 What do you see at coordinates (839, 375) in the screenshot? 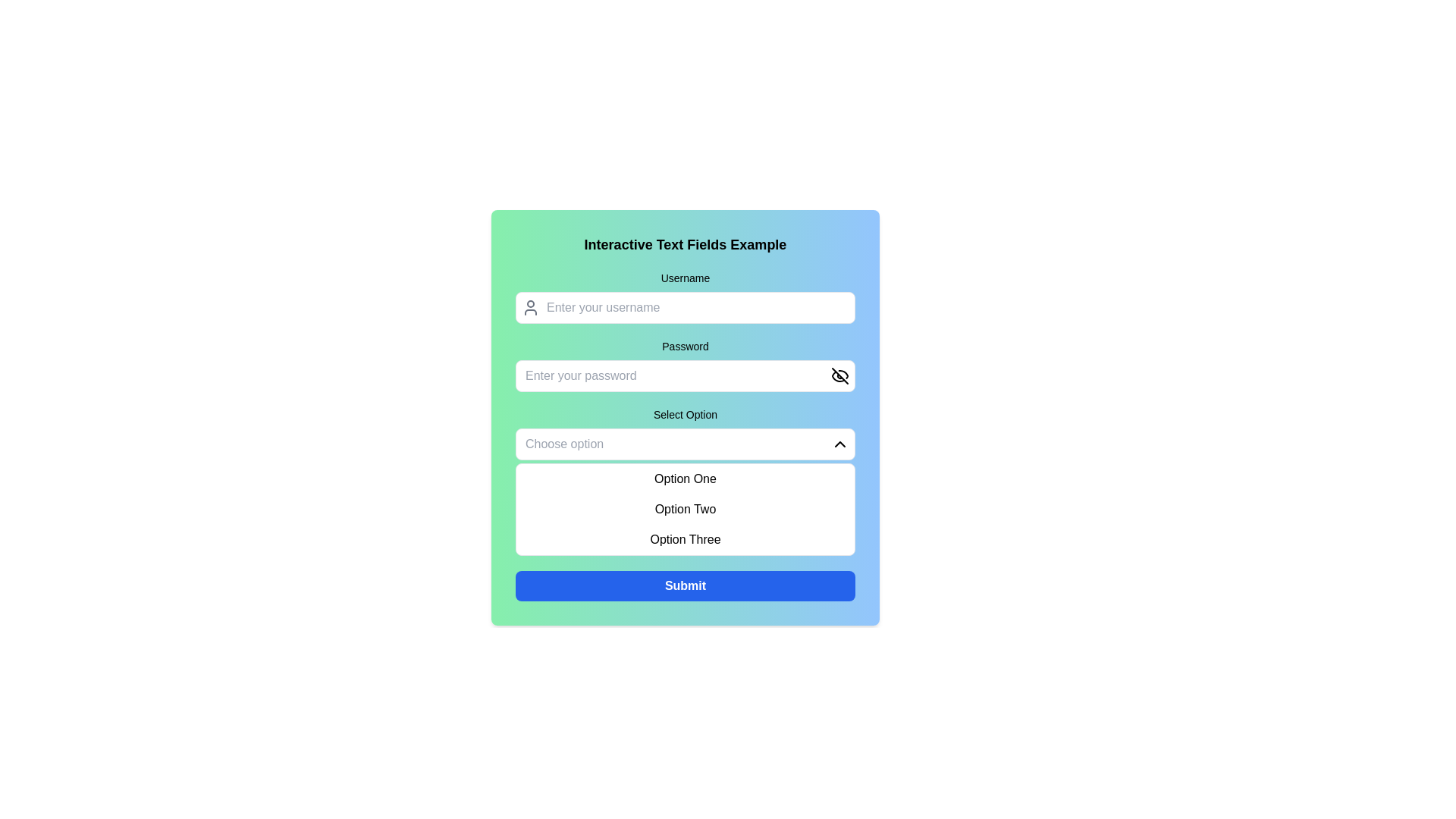
I see `the diagonal line in the eye icon with a strikethrough, located at the right edge of the password field area` at bounding box center [839, 375].